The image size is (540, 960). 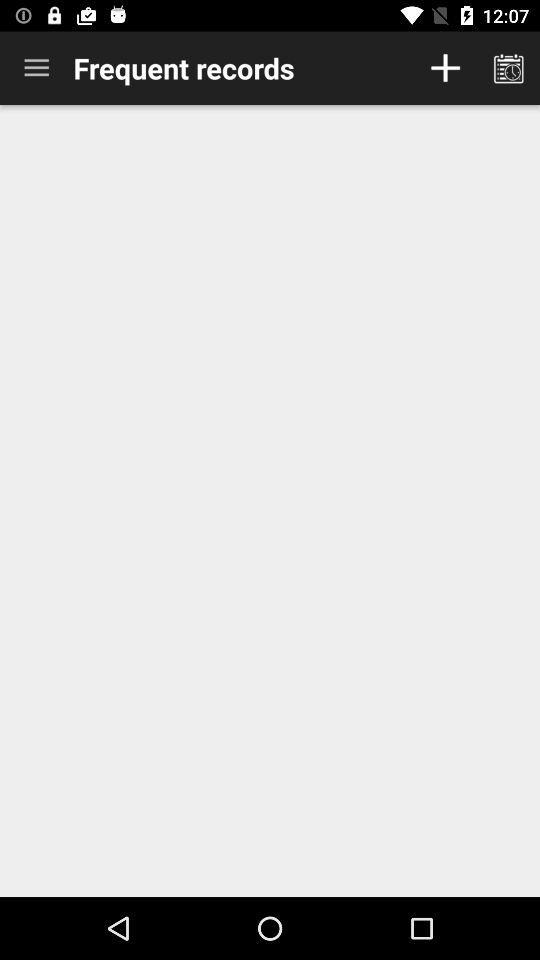 I want to click on recording, so click(x=445, y=68).